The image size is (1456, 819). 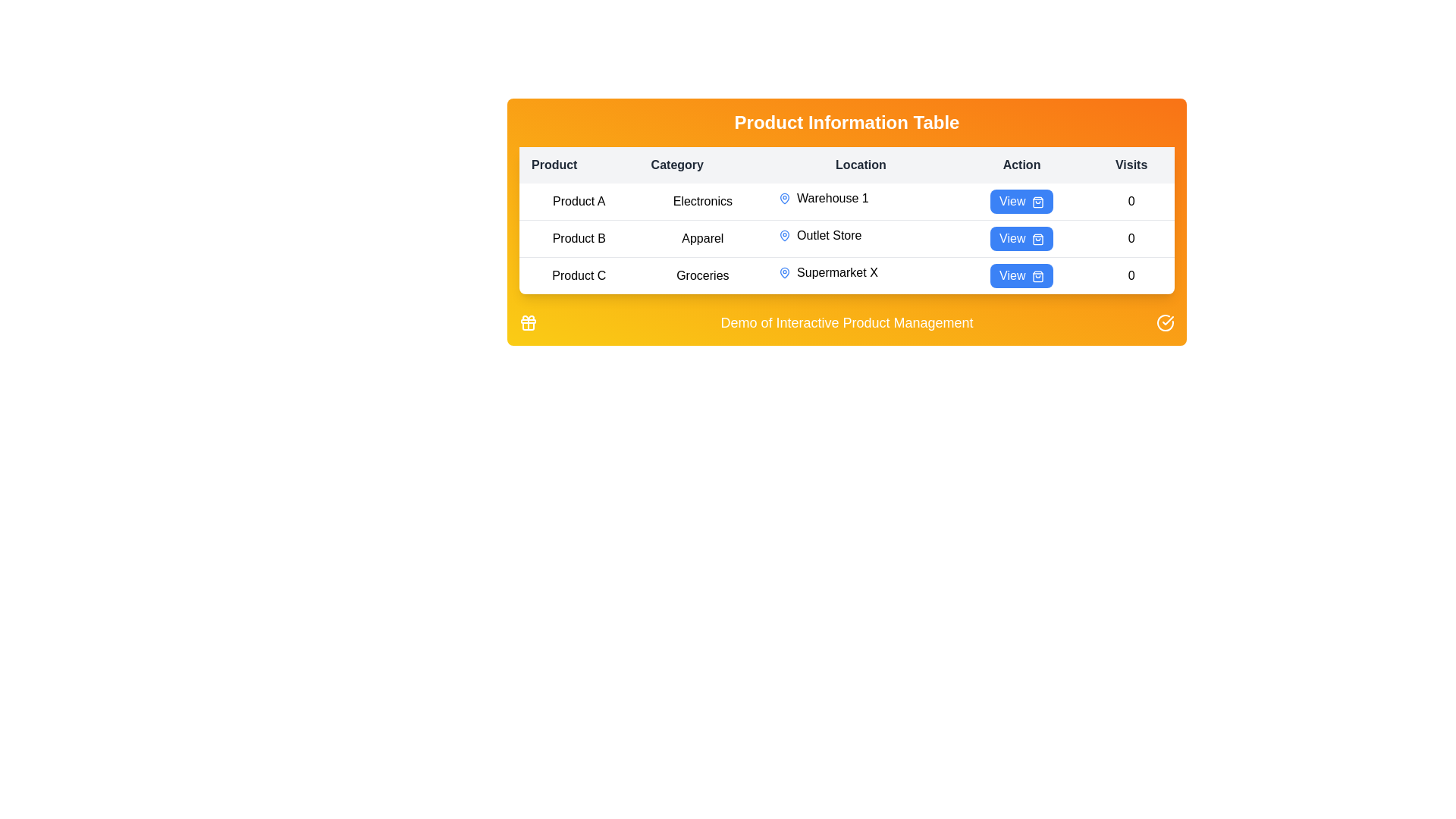 What do you see at coordinates (785, 198) in the screenshot?
I see `the Location Marker icon representing 'Warehouse 1' in the table, which is located in the third column, first row, aligned to the left of the text label` at bounding box center [785, 198].